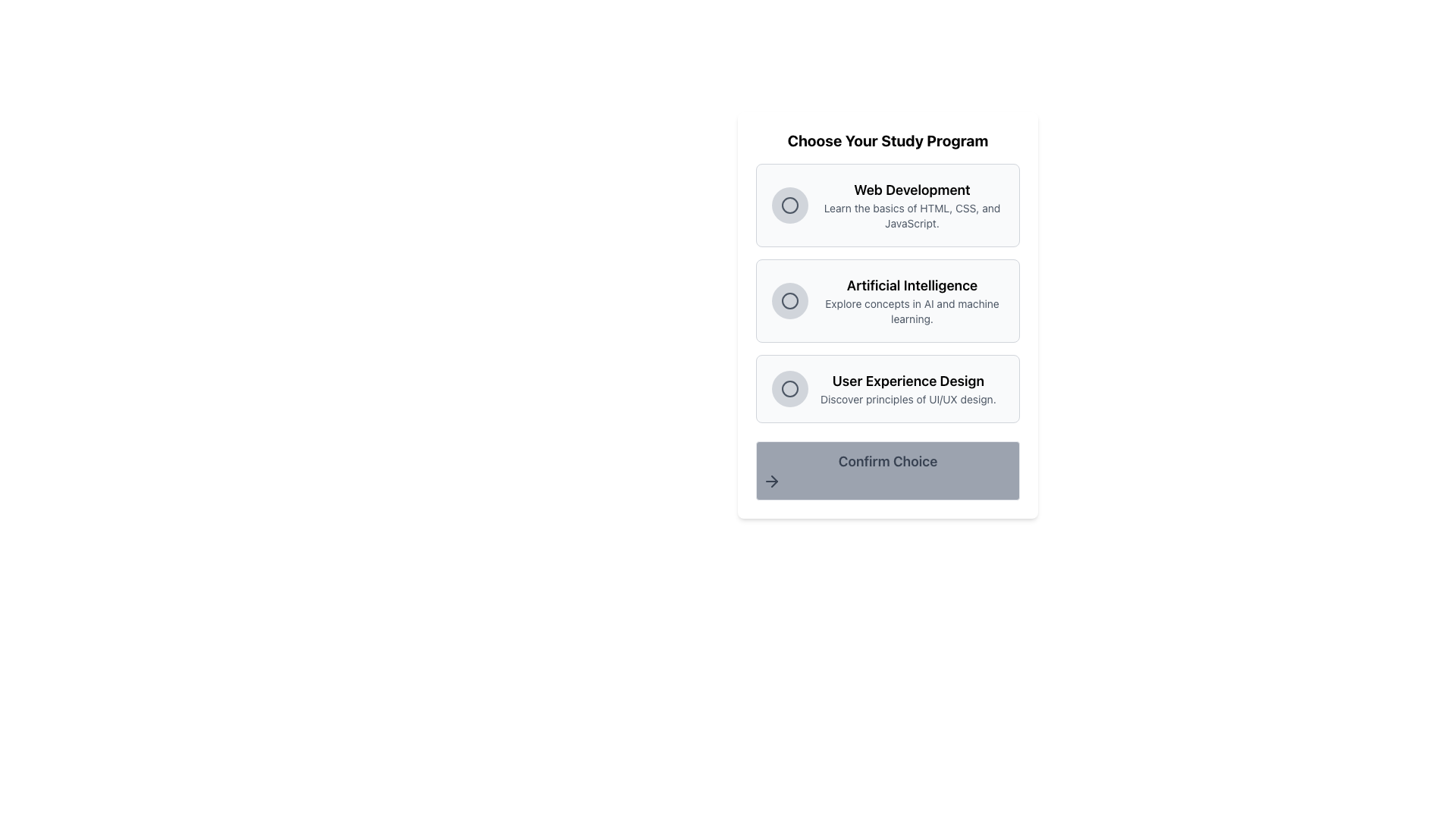 The width and height of the screenshot is (1456, 819). What do you see at coordinates (888, 293) in the screenshot?
I see `the highlighted option 'Artificial Intelligence' in the list of selectable items for study programs` at bounding box center [888, 293].